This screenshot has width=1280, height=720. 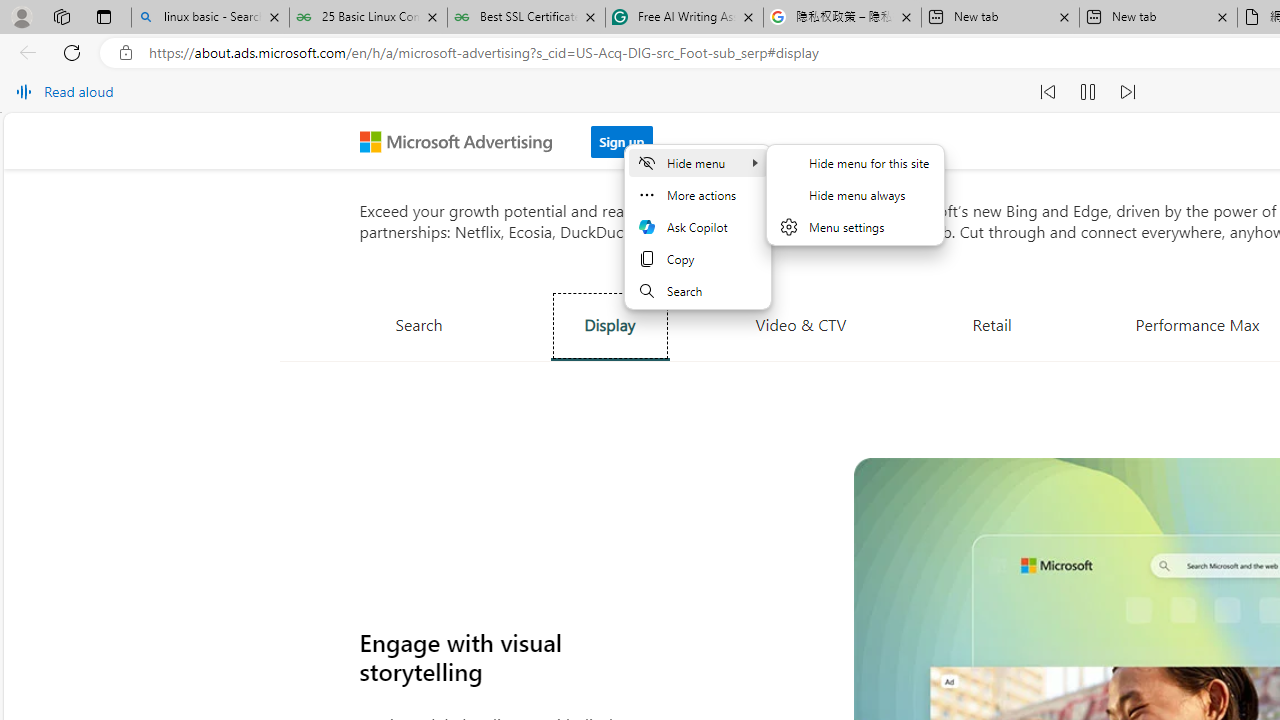 What do you see at coordinates (1047, 92) in the screenshot?
I see `'Read previous paragraph'` at bounding box center [1047, 92].